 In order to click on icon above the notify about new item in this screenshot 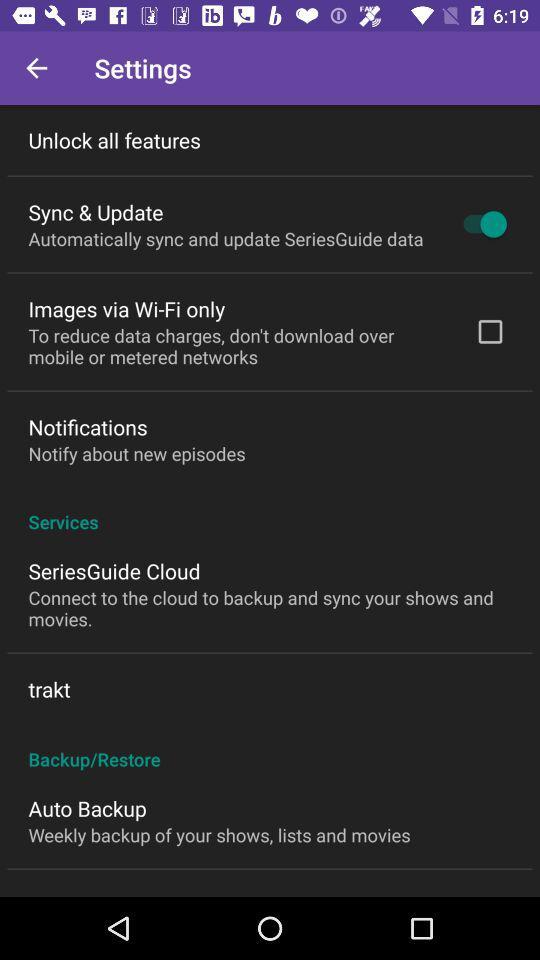, I will do `click(87, 427)`.